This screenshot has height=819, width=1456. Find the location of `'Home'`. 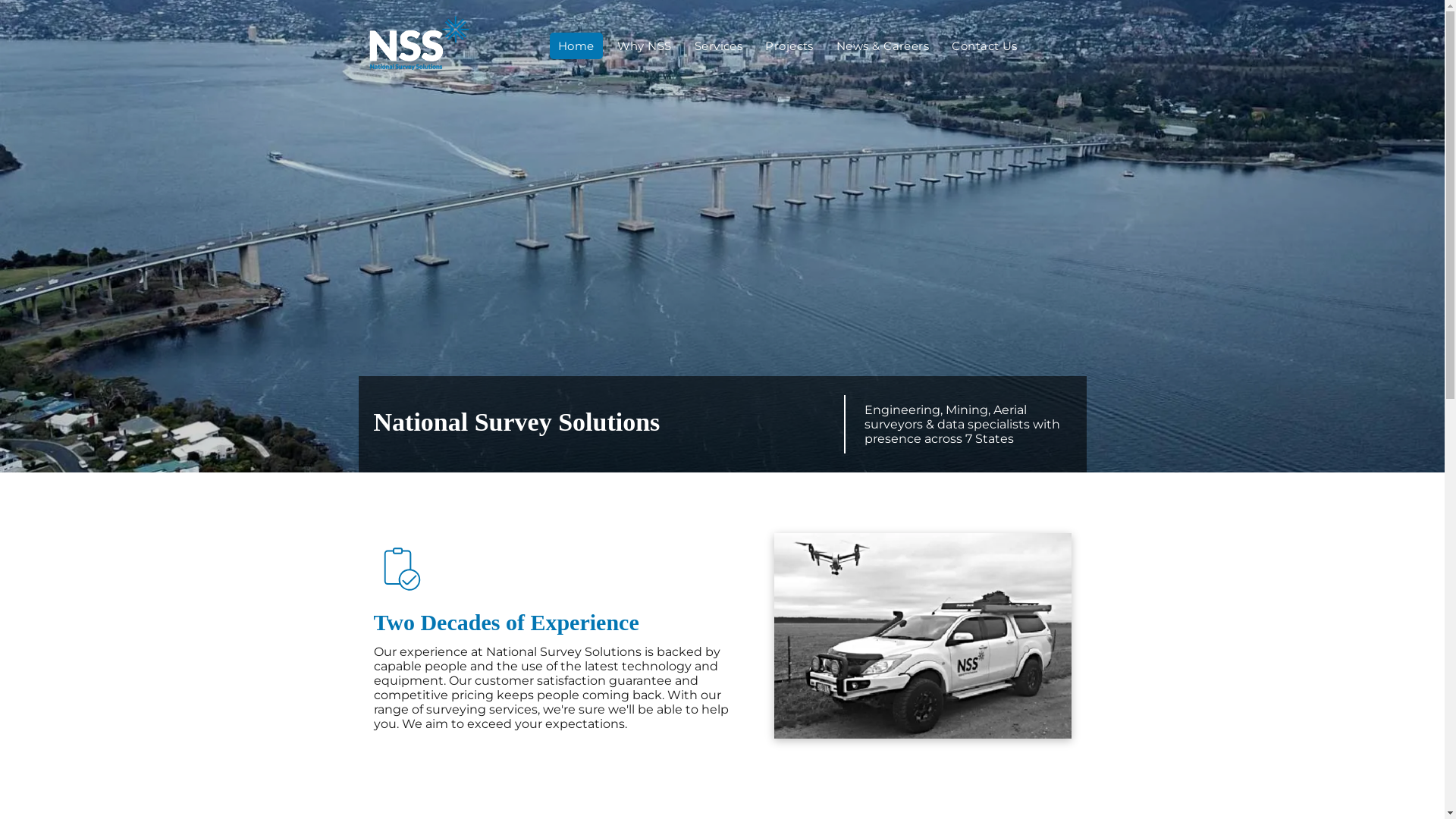

'Home' is located at coordinates (575, 45).